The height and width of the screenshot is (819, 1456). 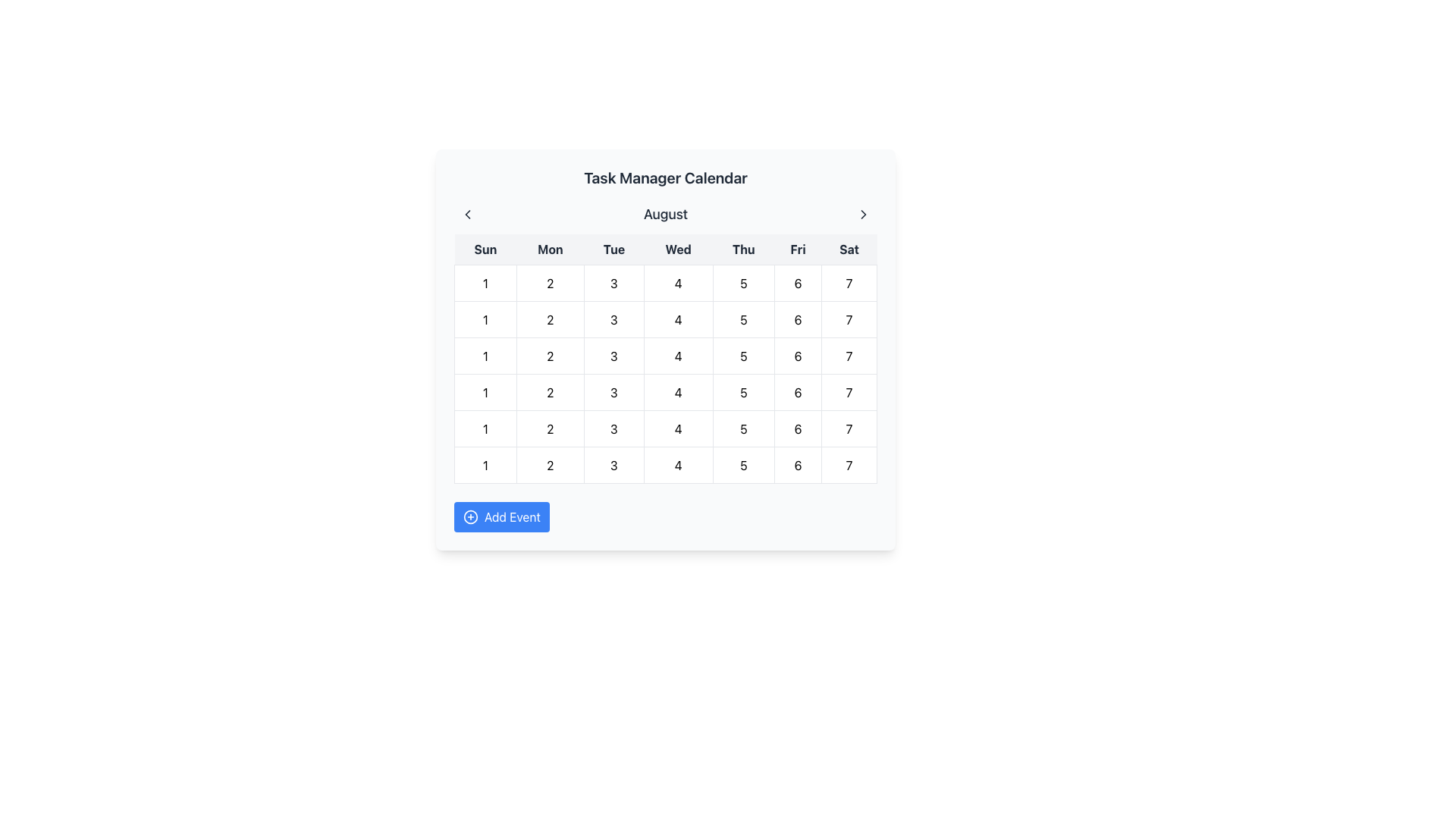 What do you see at coordinates (666, 177) in the screenshot?
I see `the 'Task Manager Calendar' text label, which is styled in bold and positioned above the calendar view` at bounding box center [666, 177].